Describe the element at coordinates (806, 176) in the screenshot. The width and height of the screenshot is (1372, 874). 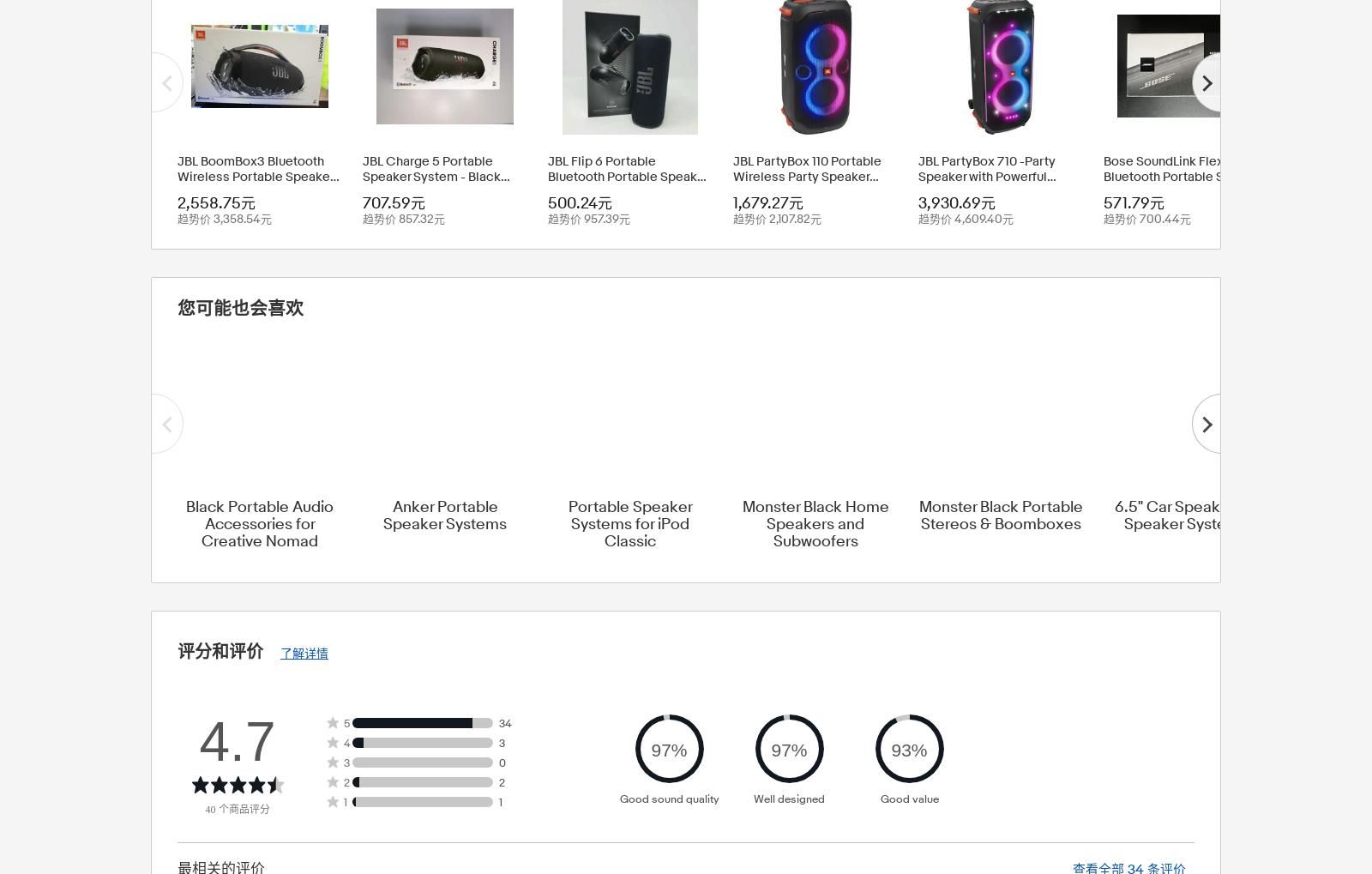
I see `'JBL PartyBox 110 Portable Wireless Party Speaker *PARTYBOX110'` at that location.